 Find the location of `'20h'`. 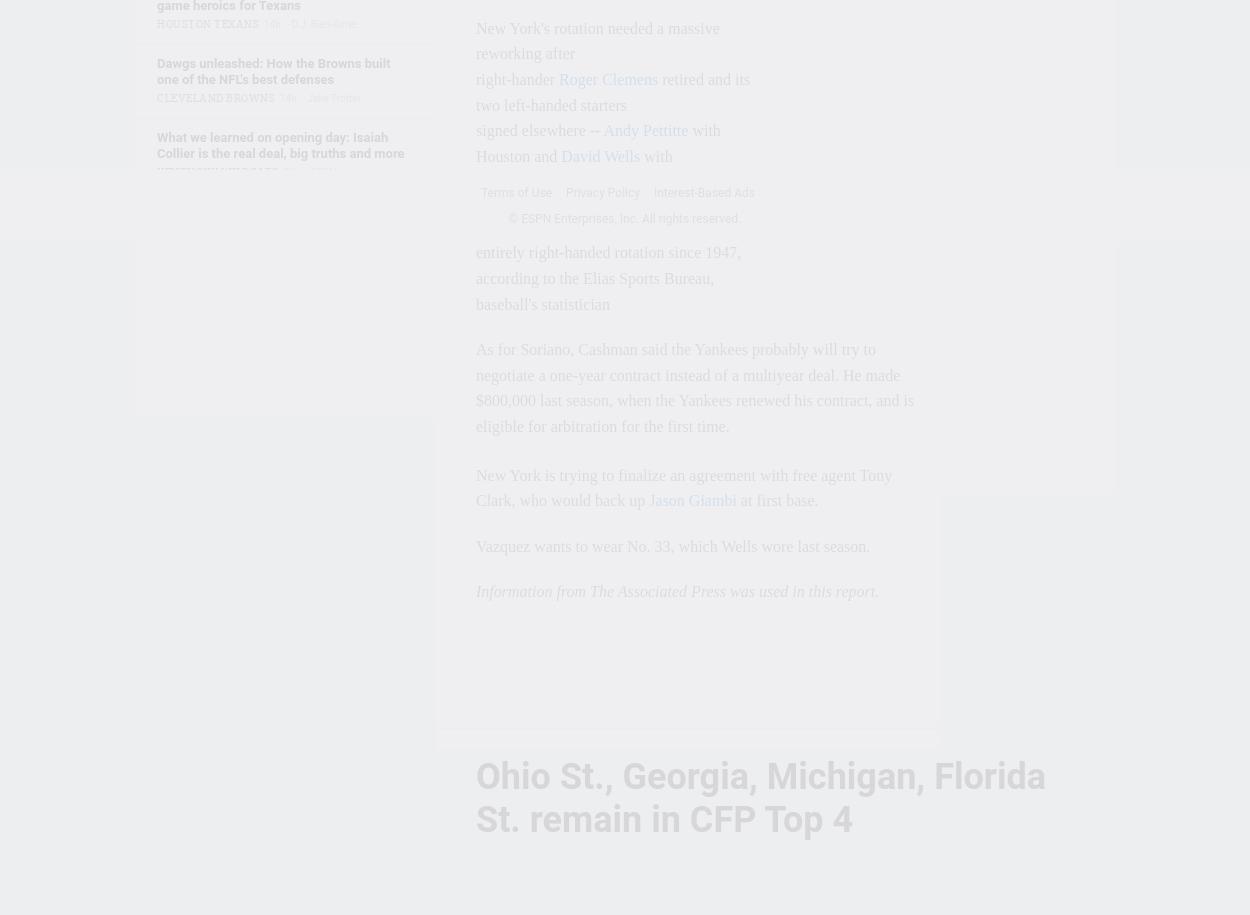

'20h' is located at coordinates (339, 261).